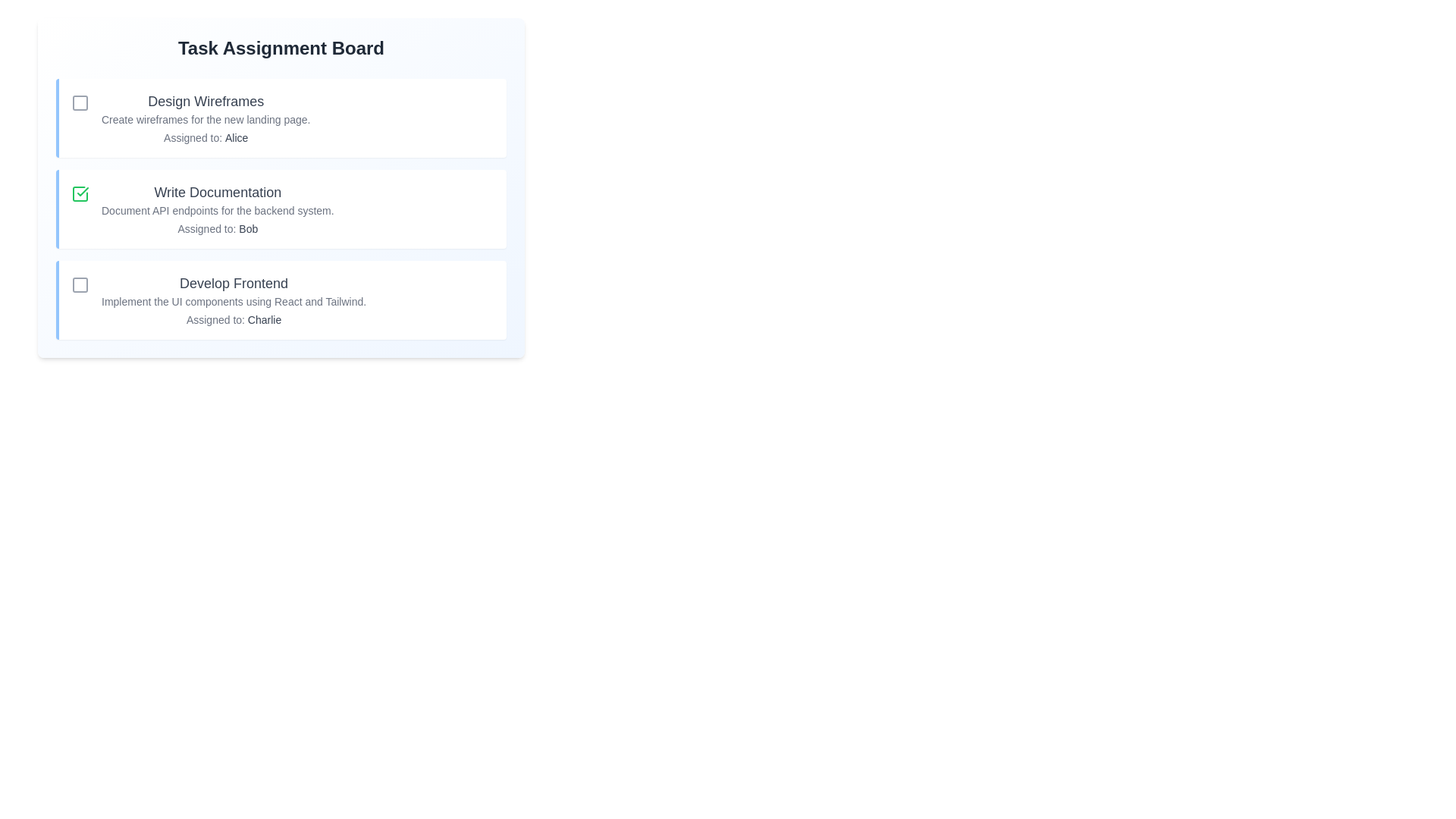  Describe the element at coordinates (281, 187) in the screenshot. I see `the informational card located below the 'Design Wireframes' card and above the 'Develop Frontend' card in the 'Task Assignment Board' to highlight its content` at that location.